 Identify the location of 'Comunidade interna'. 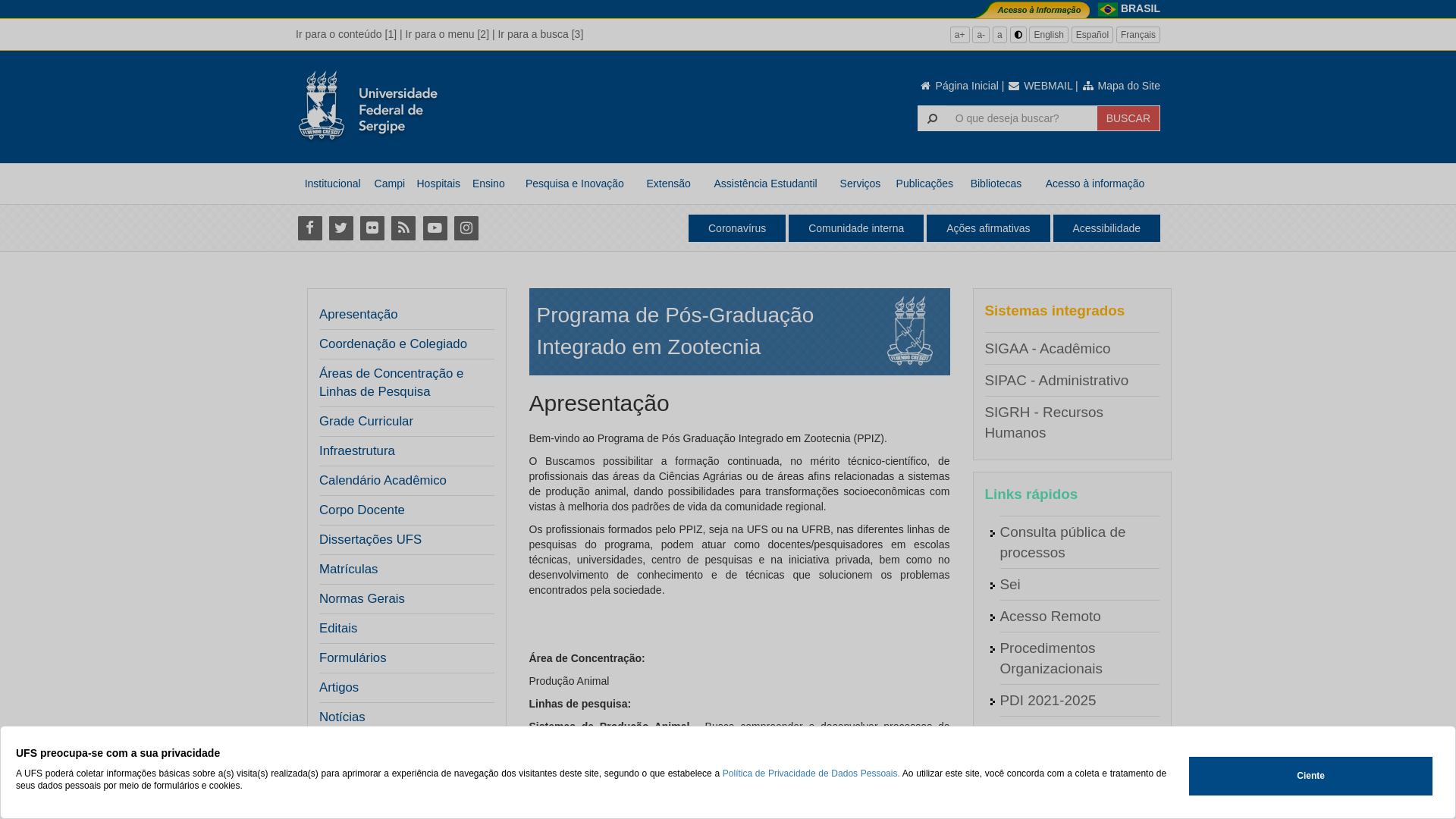
(855, 227).